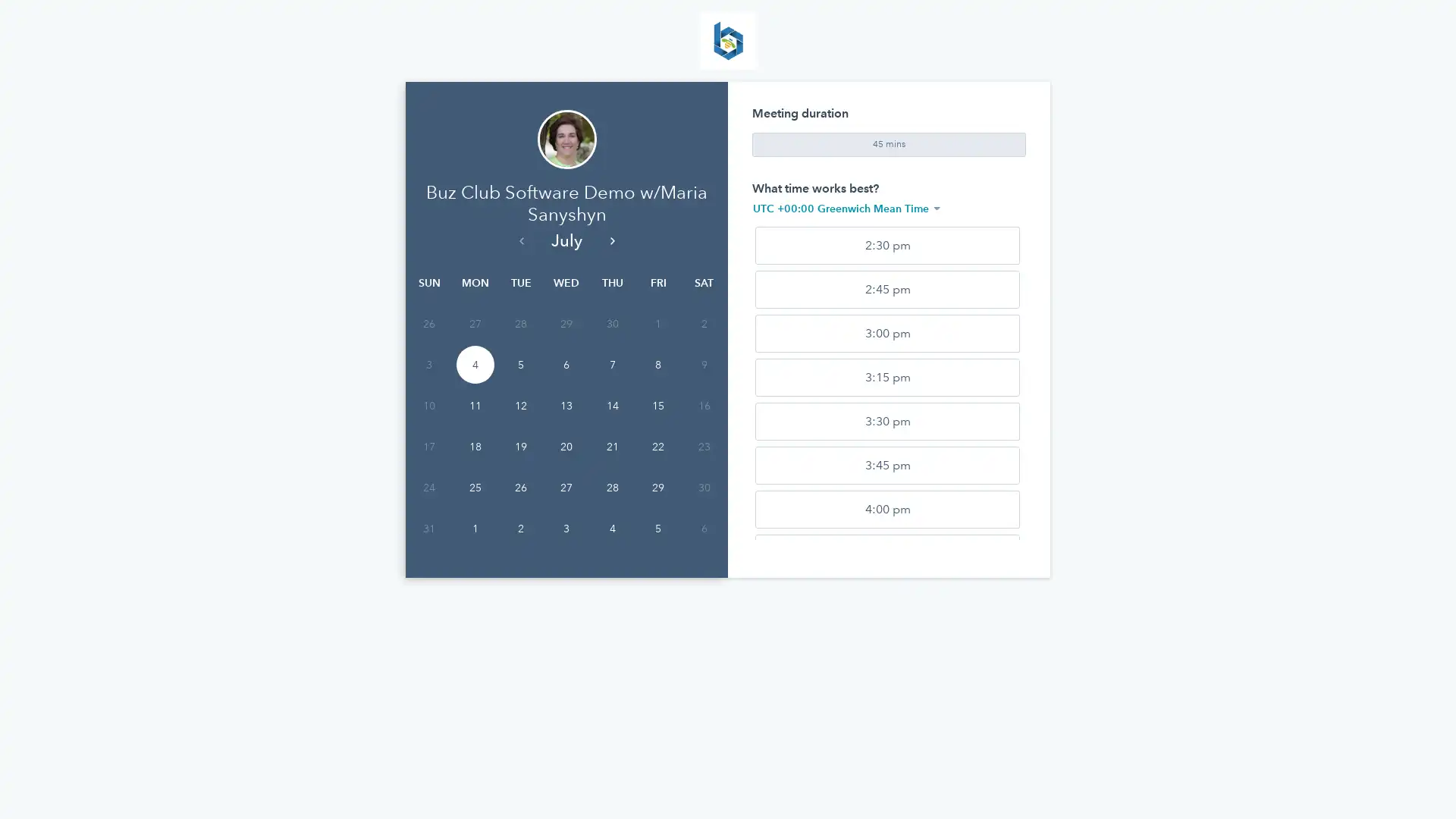  I want to click on June 27th, so click(473, 323).